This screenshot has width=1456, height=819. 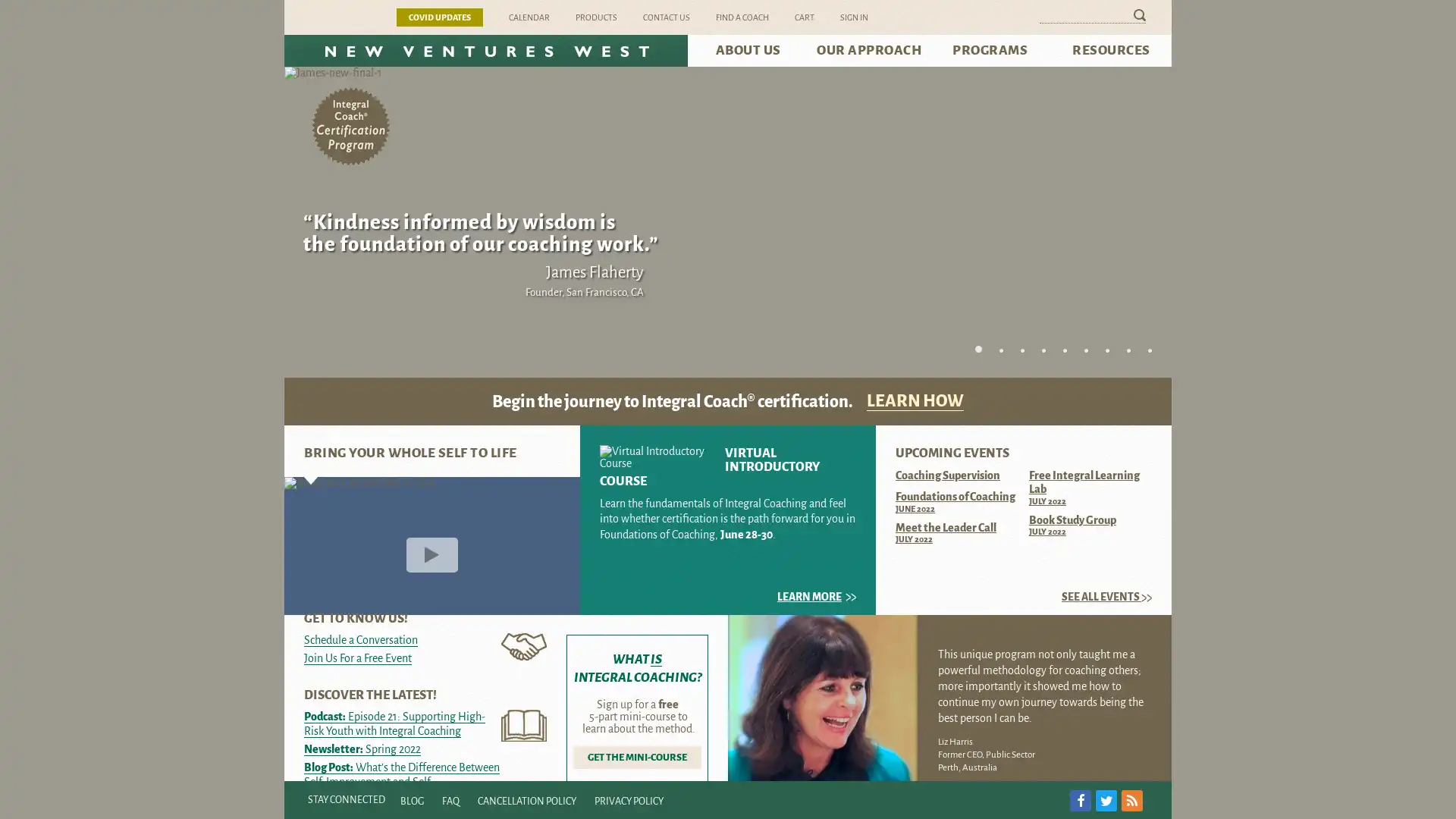 I want to click on STAY CONNECTED, so click(x=345, y=799).